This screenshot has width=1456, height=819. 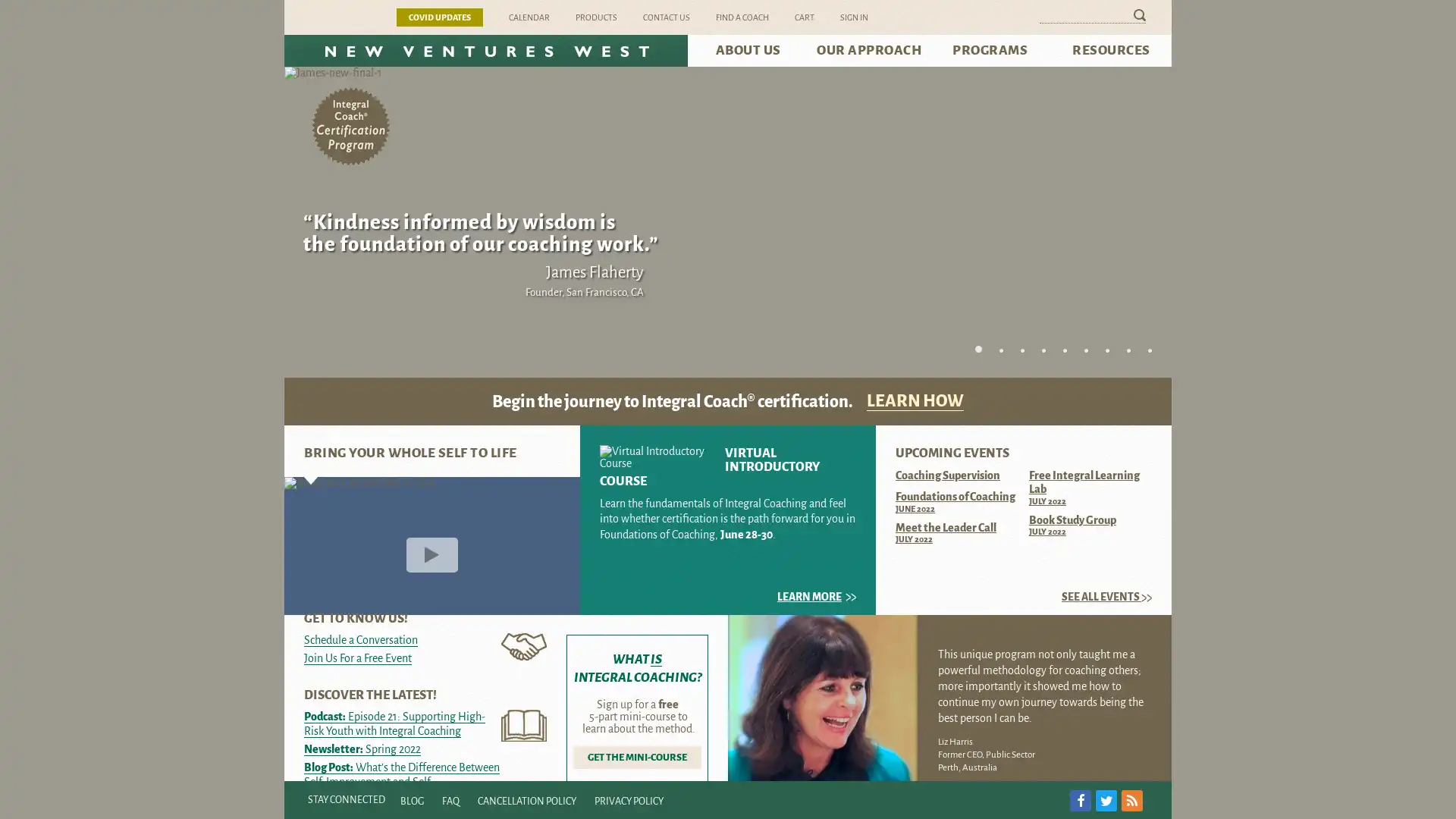 I want to click on STAY CONNECTED, so click(x=345, y=799).